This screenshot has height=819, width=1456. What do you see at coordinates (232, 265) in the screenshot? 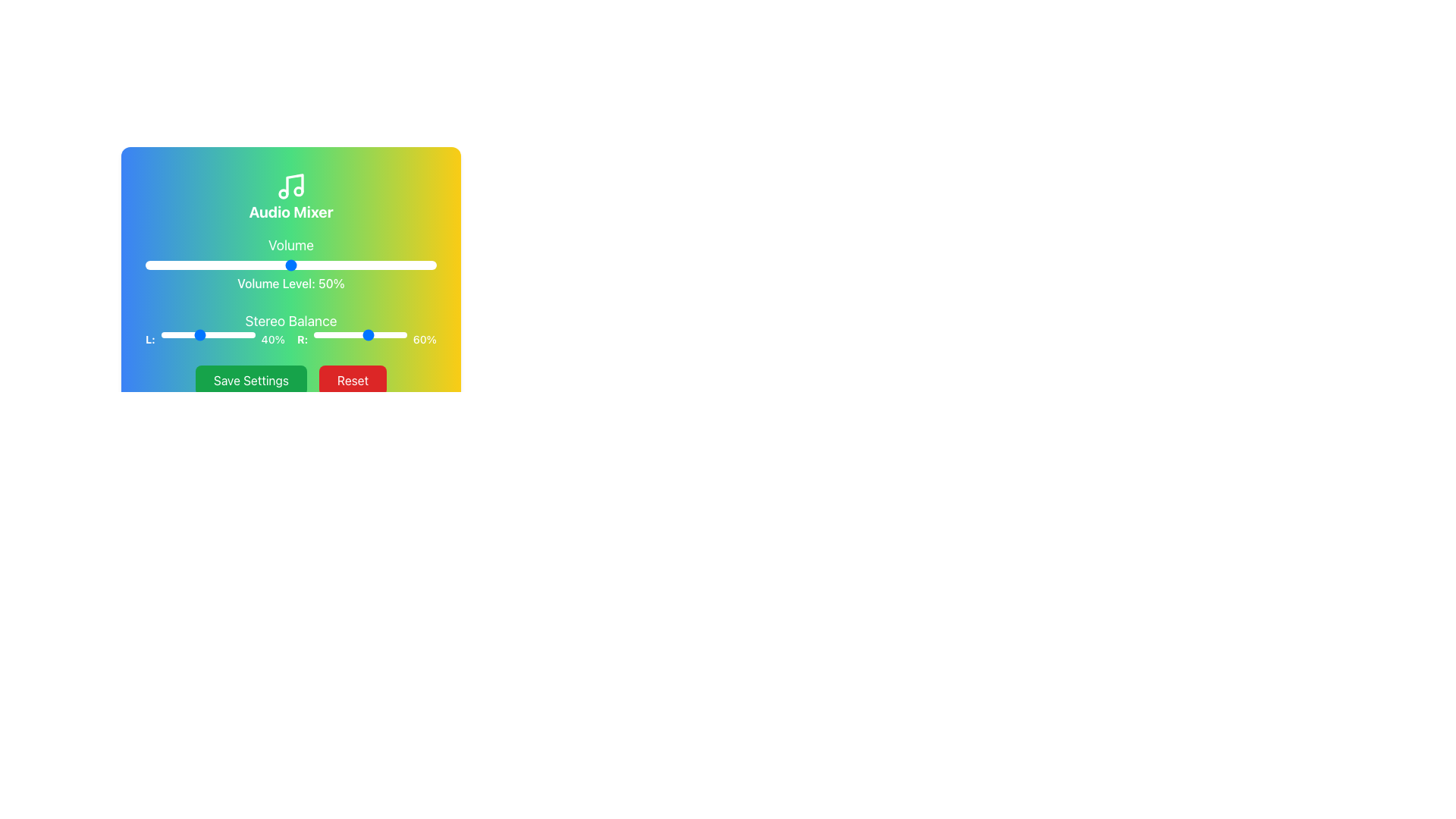
I see `the volume slider` at bounding box center [232, 265].